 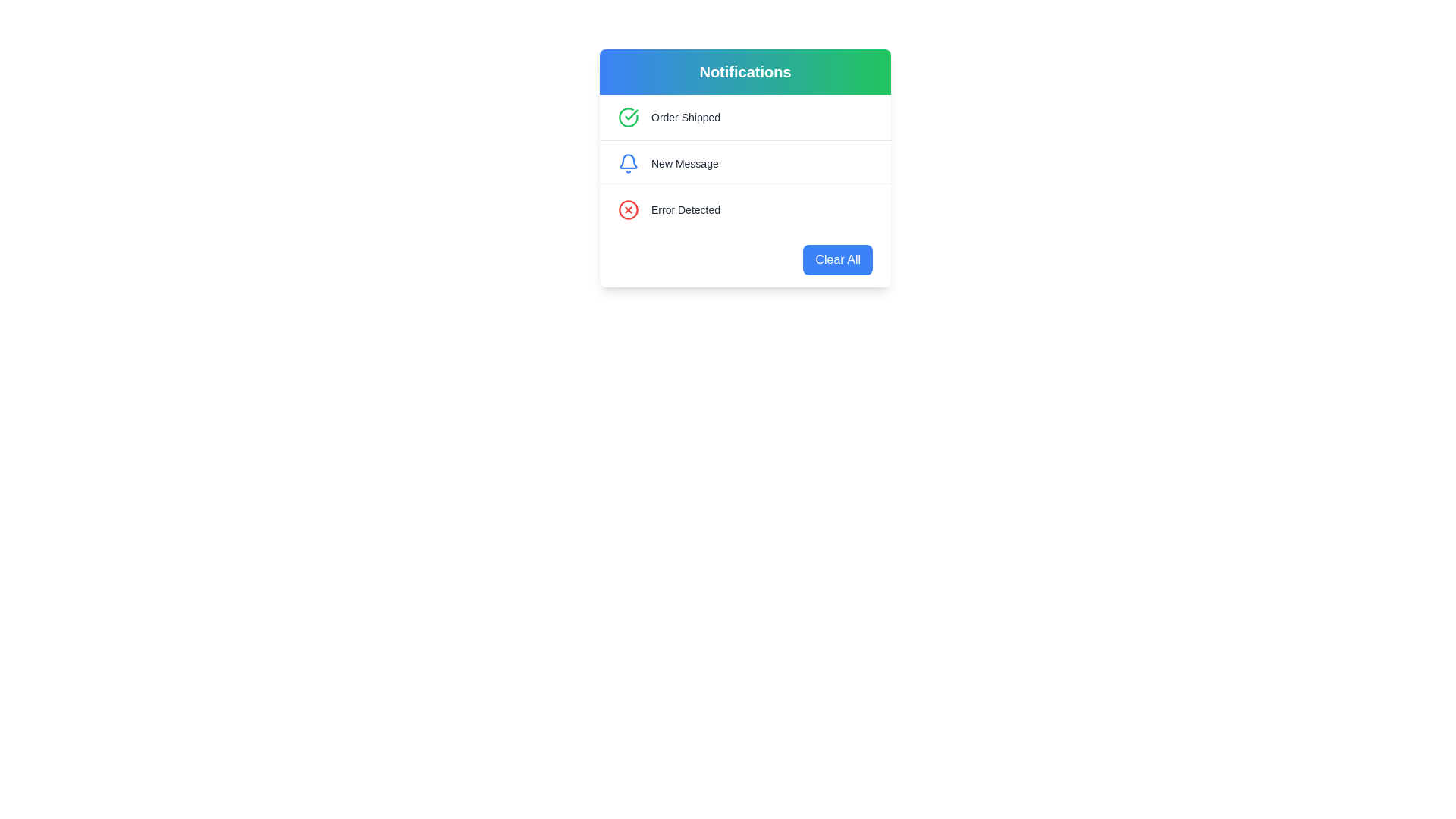 What do you see at coordinates (629, 210) in the screenshot?
I see `the circular icon with a red border and red 'X' symbol in the third row of the notification box, which indicates an 'Error Detected' notification` at bounding box center [629, 210].